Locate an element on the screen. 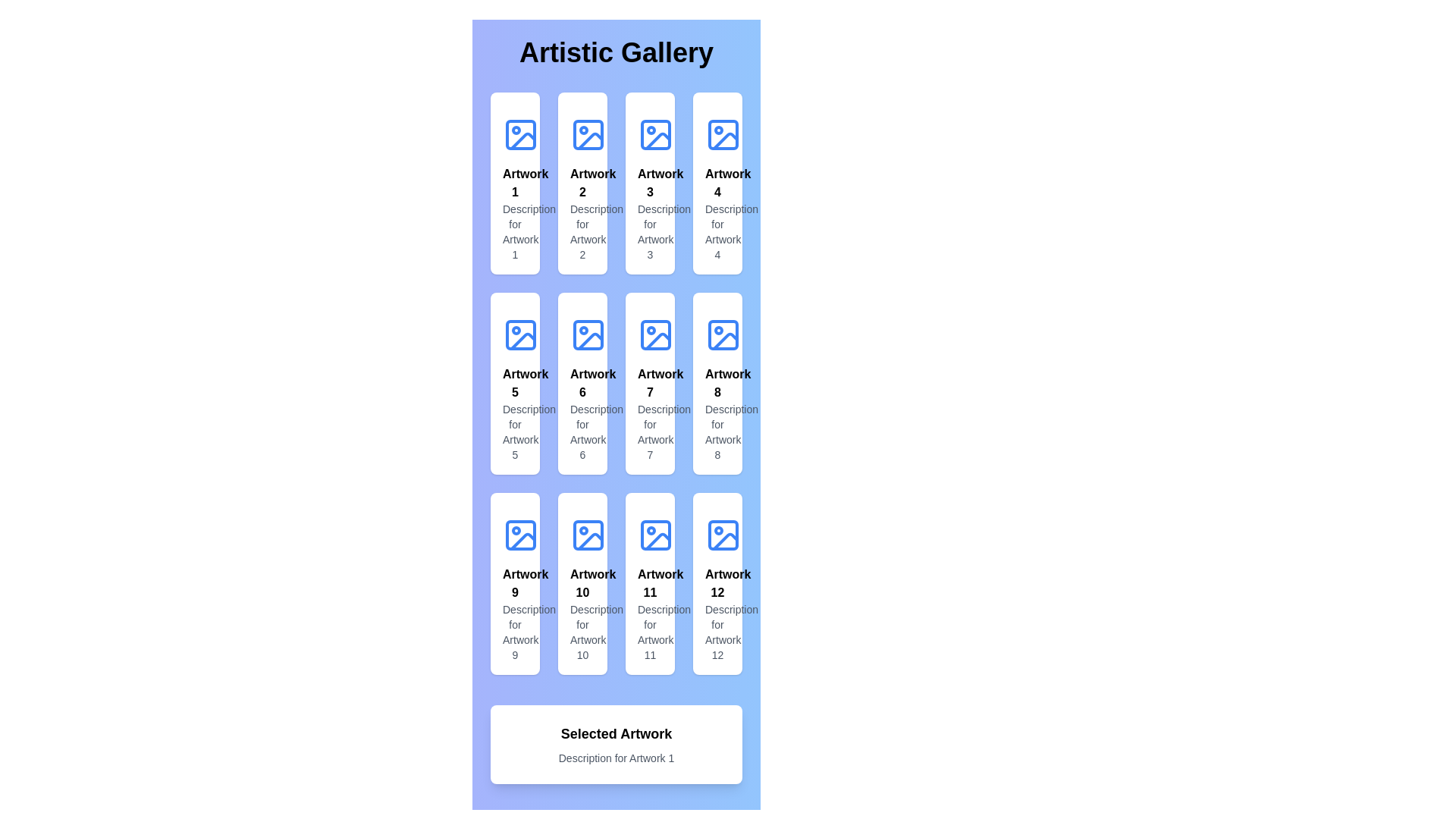 This screenshot has height=819, width=1456. large, bold header text element that says 'Artistic Gallery', which is positioned at the top center of the page is located at coordinates (616, 52).